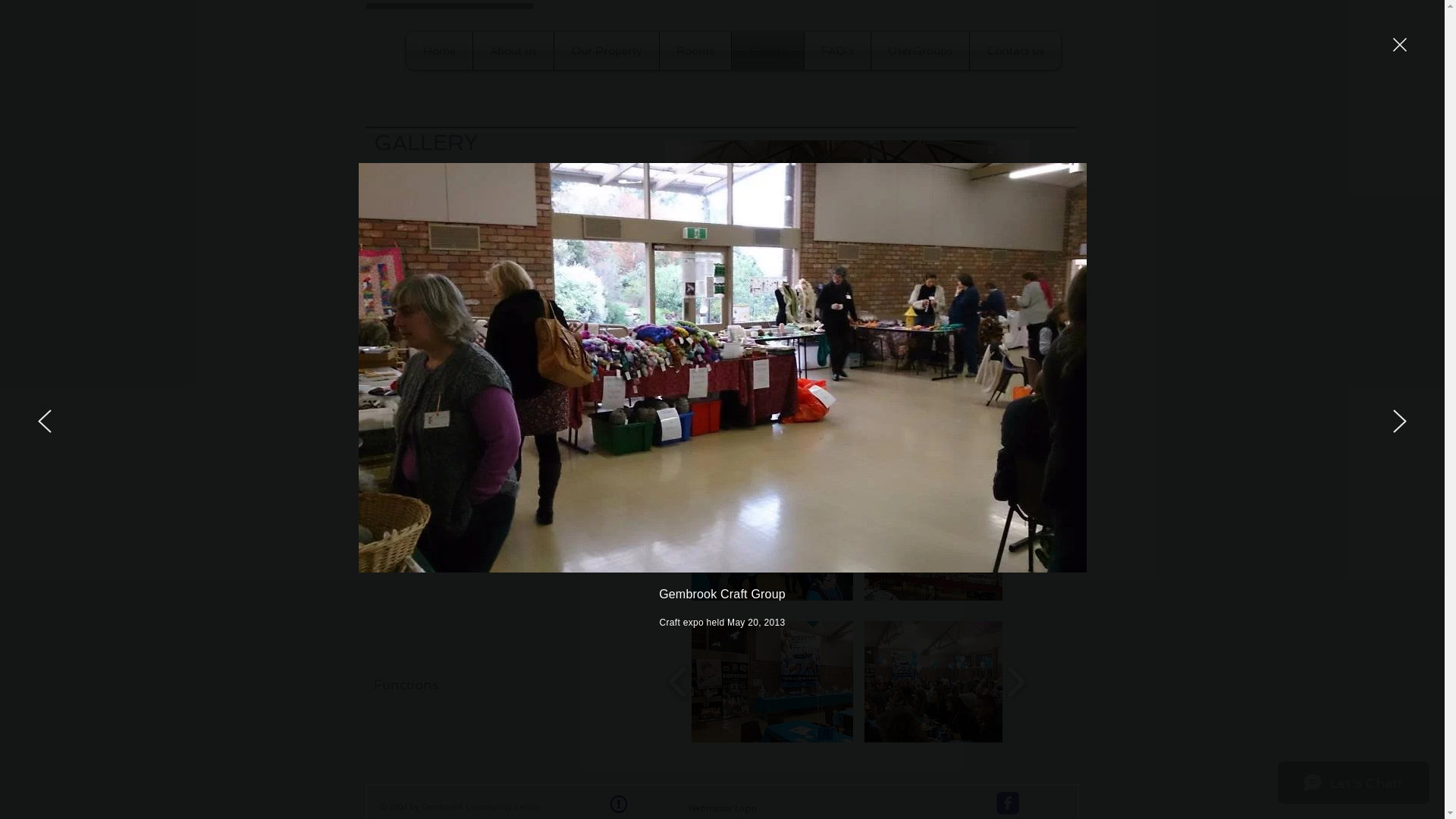 The width and height of the screenshot is (1456, 819). I want to click on 'Webmaster Login', so click(721, 807).